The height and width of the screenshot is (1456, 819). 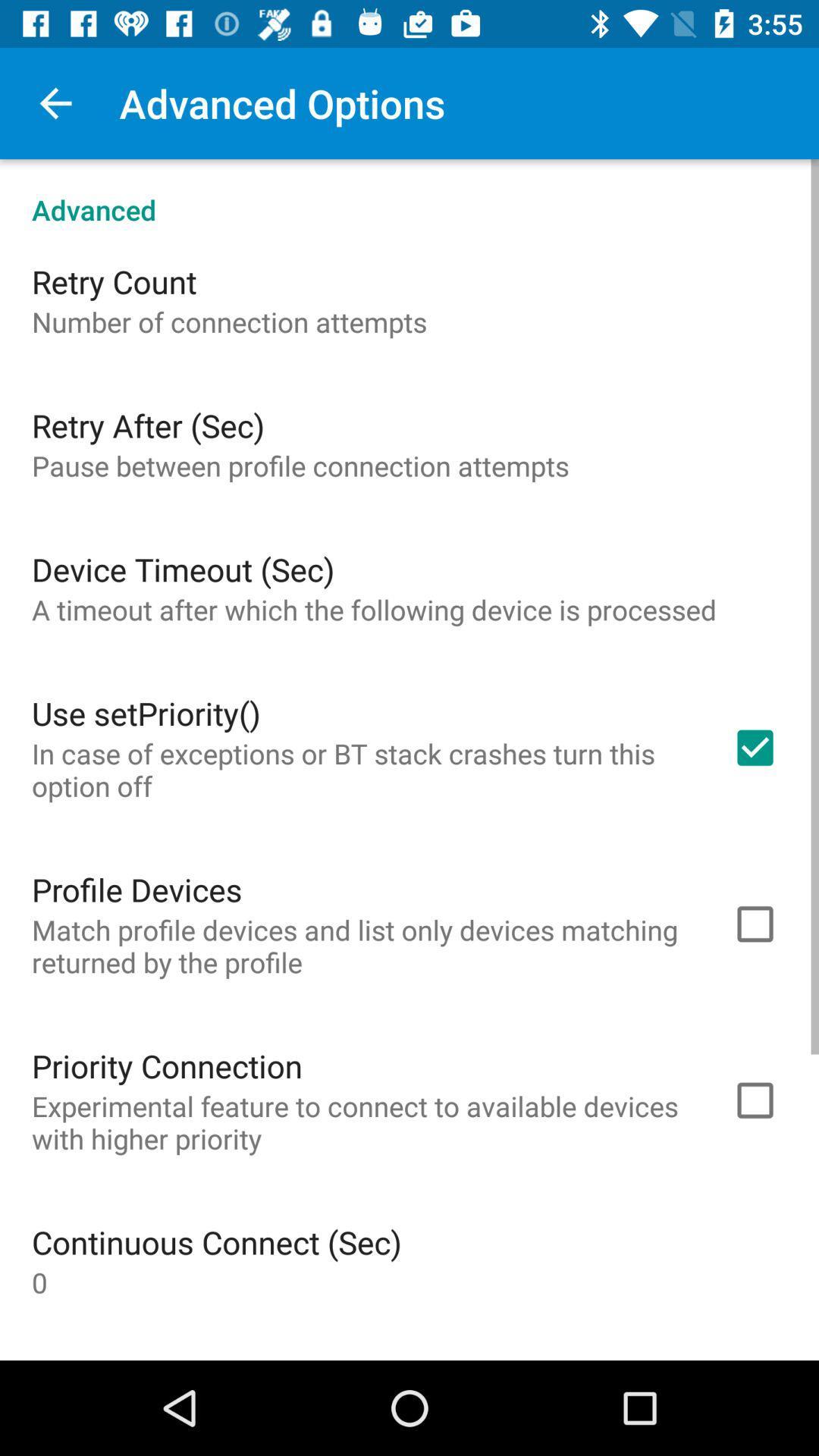 I want to click on item below the use setpriority() icon, so click(x=362, y=770).